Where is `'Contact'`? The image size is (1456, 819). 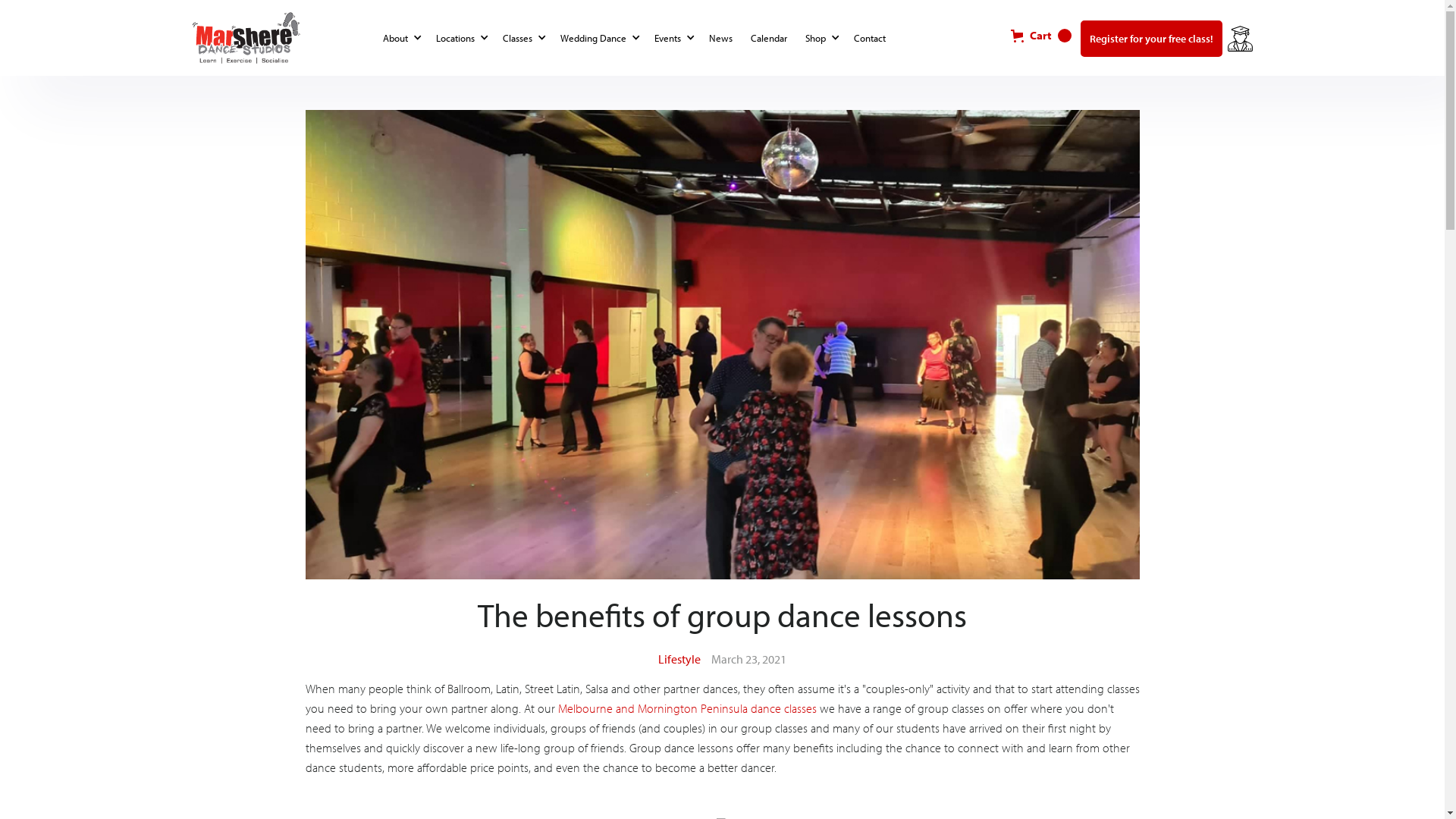
'Contact' is located at coordinates (873, 37).